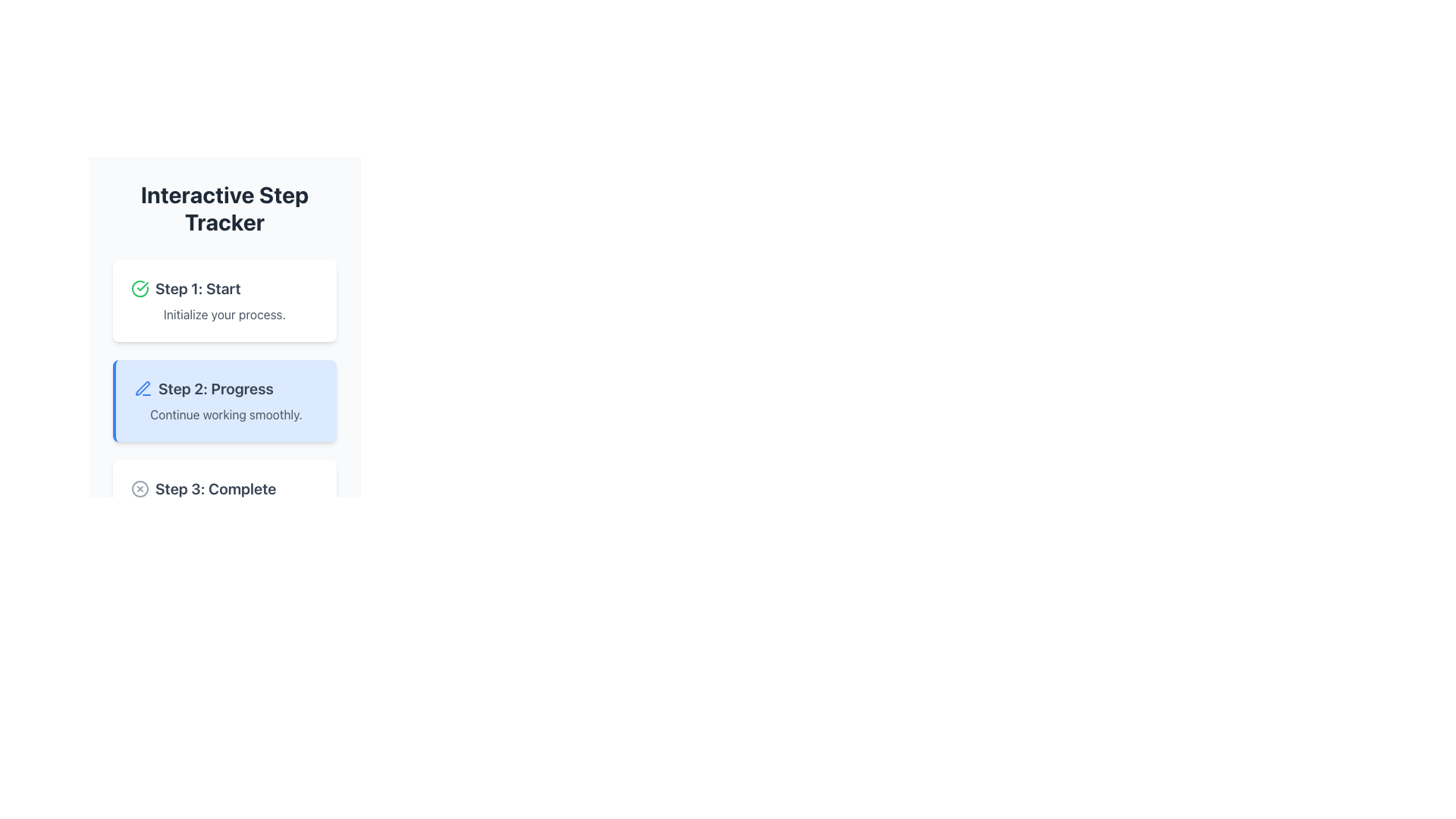  What do you see at coordinates (140, 289) in the screenshot?
I see `the circular green icon with a check mark inside, which represents the completed first step in the 'Interactive Step Tracker' section, located to the left of the text 'Step 1: Start'` at bounding box center [140, 289].